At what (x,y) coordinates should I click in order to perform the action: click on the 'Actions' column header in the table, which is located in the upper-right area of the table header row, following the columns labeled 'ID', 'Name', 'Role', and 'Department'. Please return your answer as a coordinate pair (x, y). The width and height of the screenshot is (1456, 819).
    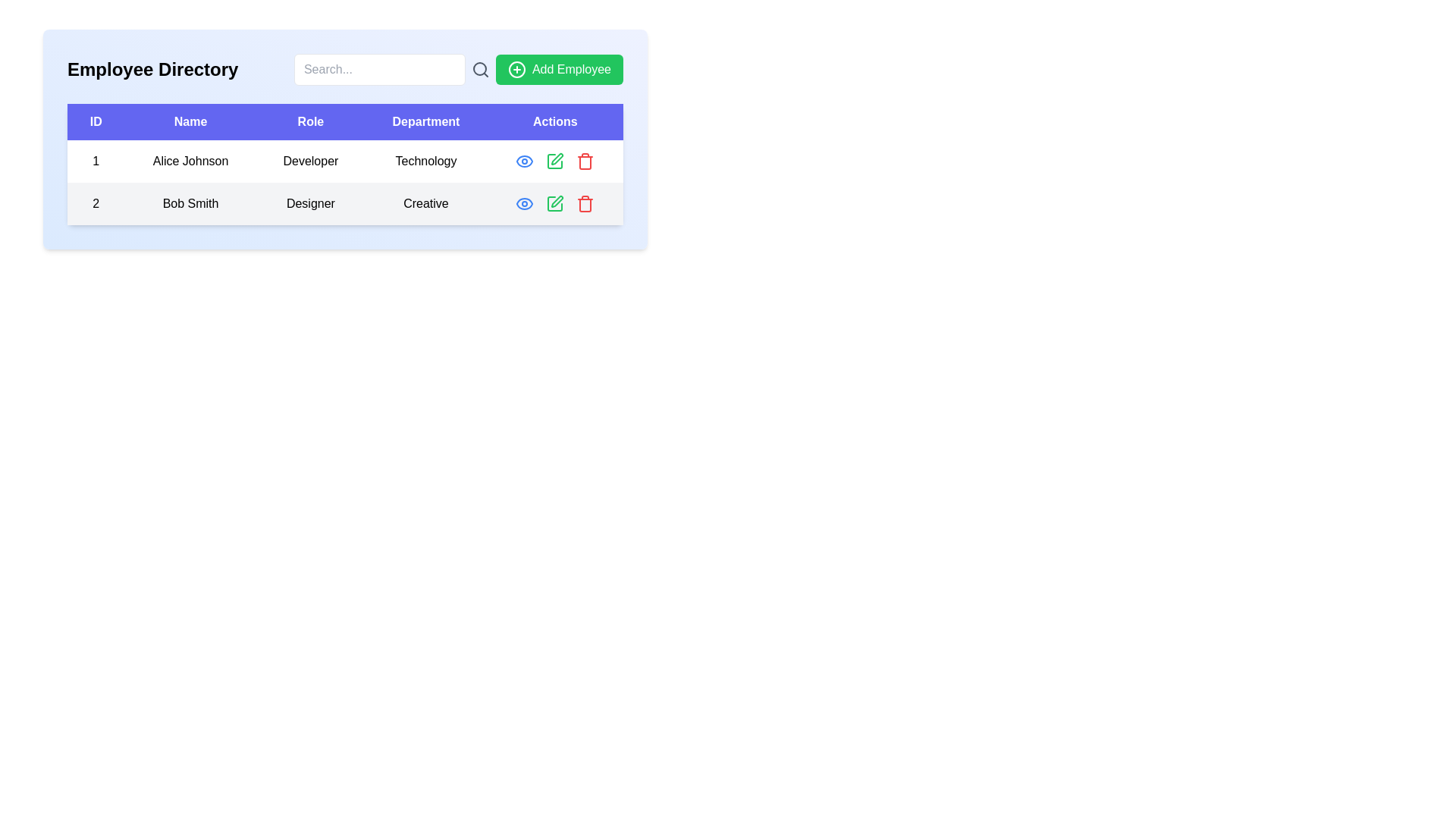
    Looking at the image, I should click on (554, 121).